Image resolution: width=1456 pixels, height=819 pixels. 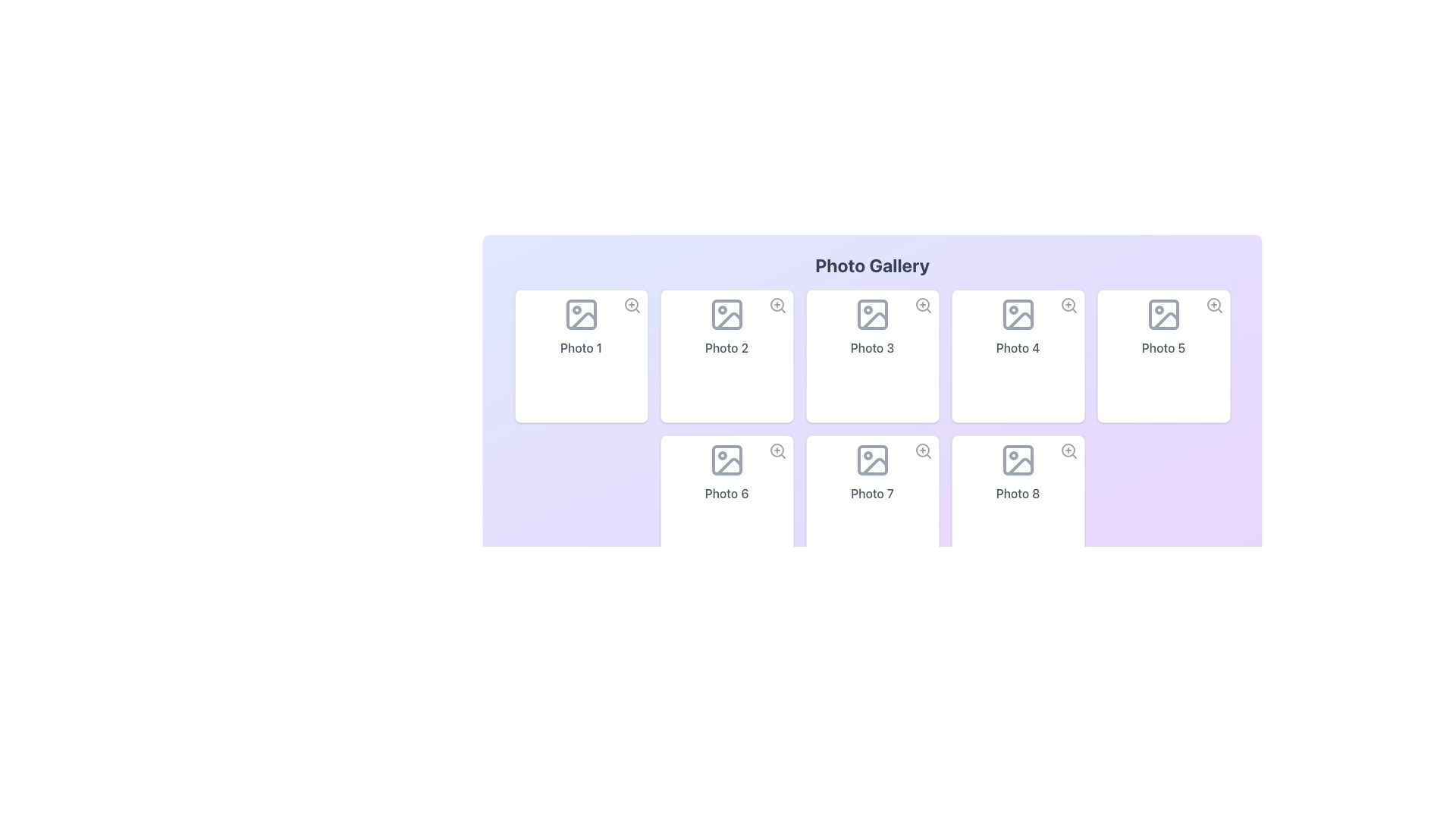 I want to click on the icon located at the center-top of the 'Photo 4' card, which is outlined in gray and features a simplified landscape pictogram, so click(x=1018, y=314).